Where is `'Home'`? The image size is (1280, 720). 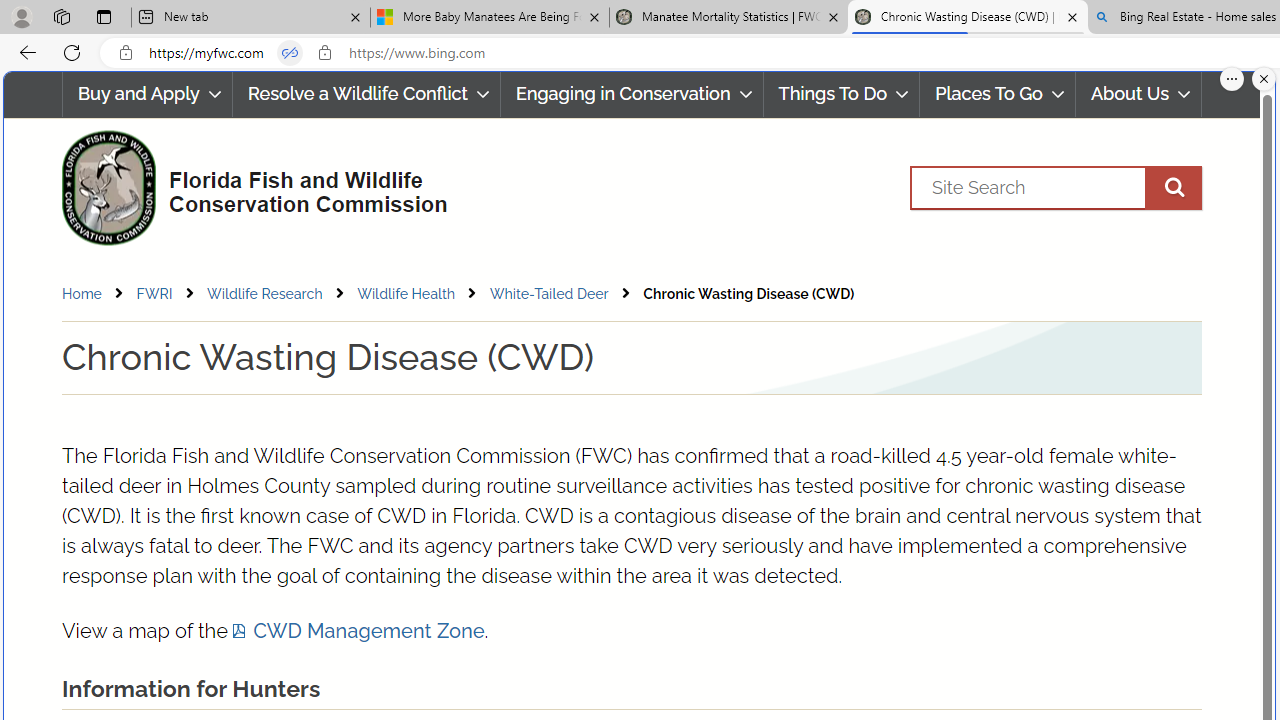
'Home' is located at coordinates (96, 293).